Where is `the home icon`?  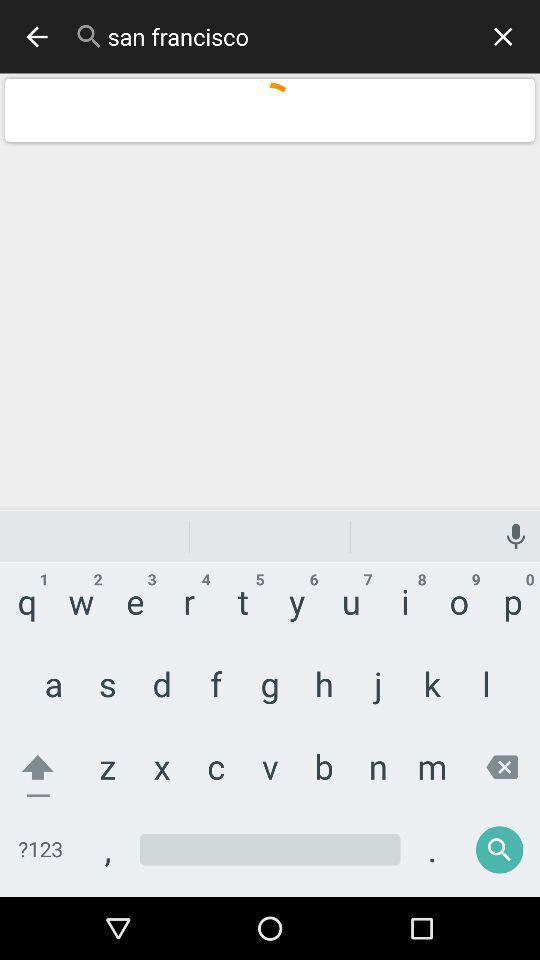 the home icon is located at coordinates (44, 752).